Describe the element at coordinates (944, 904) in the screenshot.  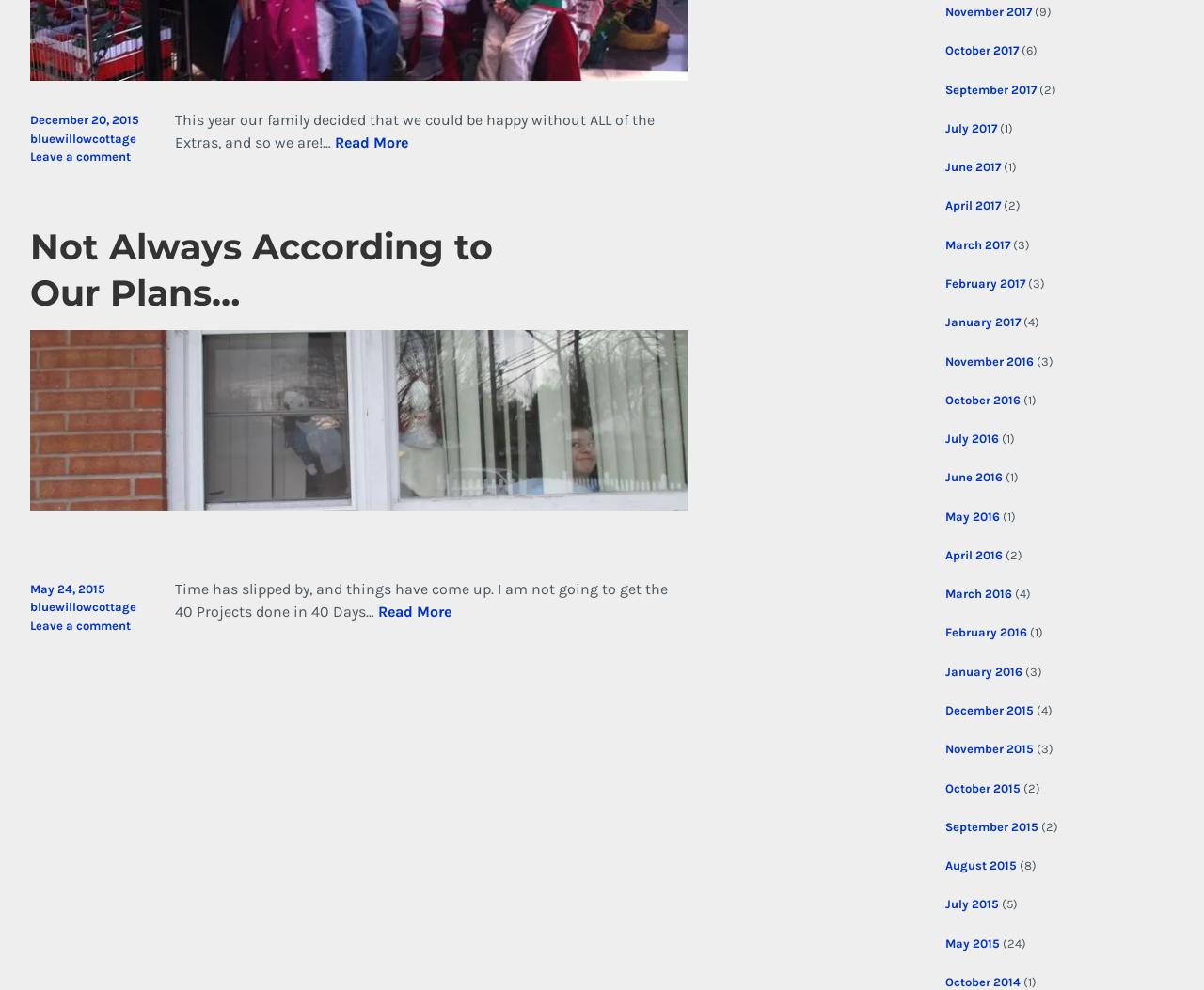
I see `'July 2015'` at that location.